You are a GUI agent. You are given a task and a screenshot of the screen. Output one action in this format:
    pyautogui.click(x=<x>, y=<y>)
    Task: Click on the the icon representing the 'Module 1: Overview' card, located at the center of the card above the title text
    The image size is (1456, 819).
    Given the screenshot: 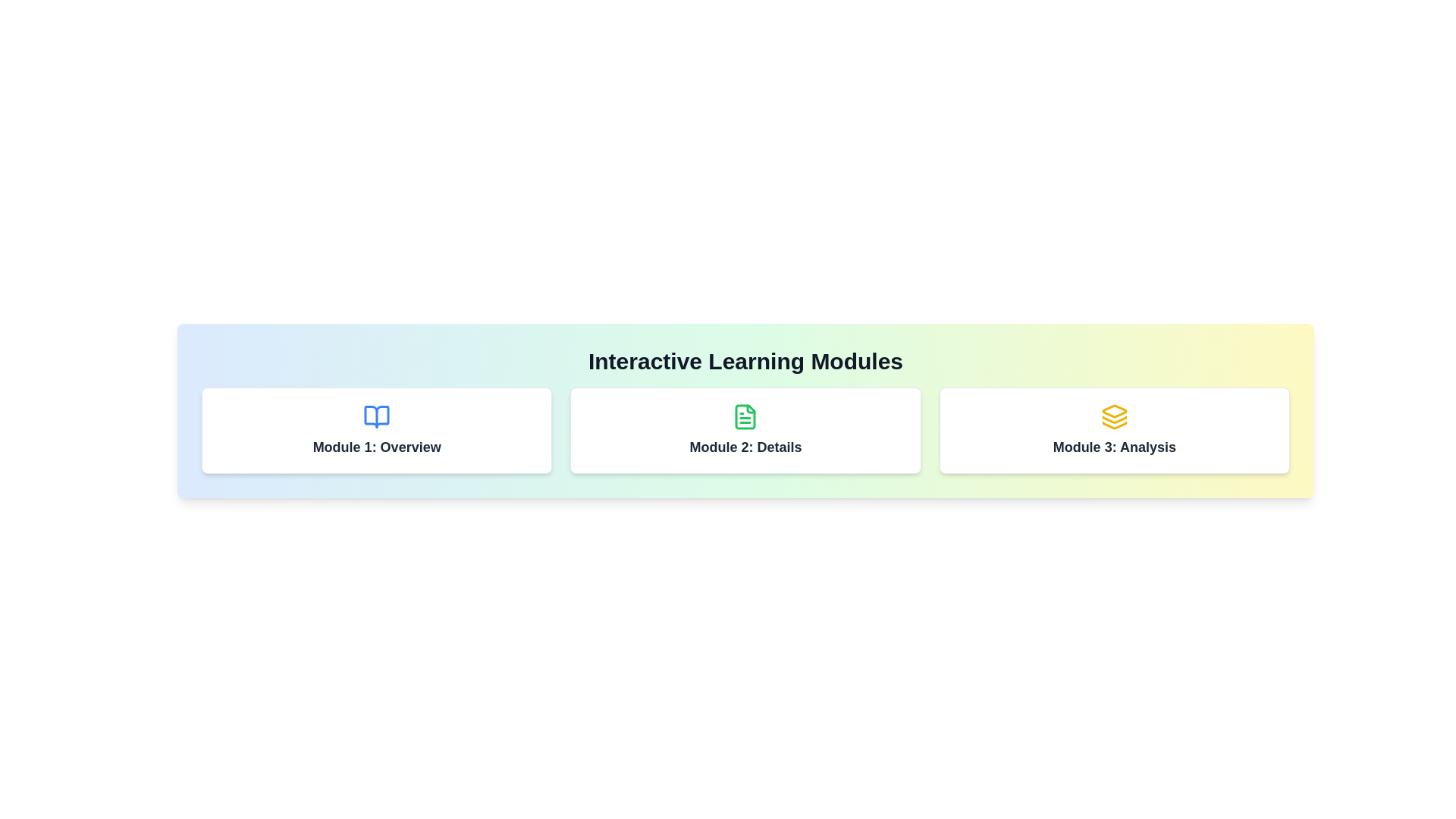 What is the action you would take?
    pyautogui.click(x=377, y=417)
    